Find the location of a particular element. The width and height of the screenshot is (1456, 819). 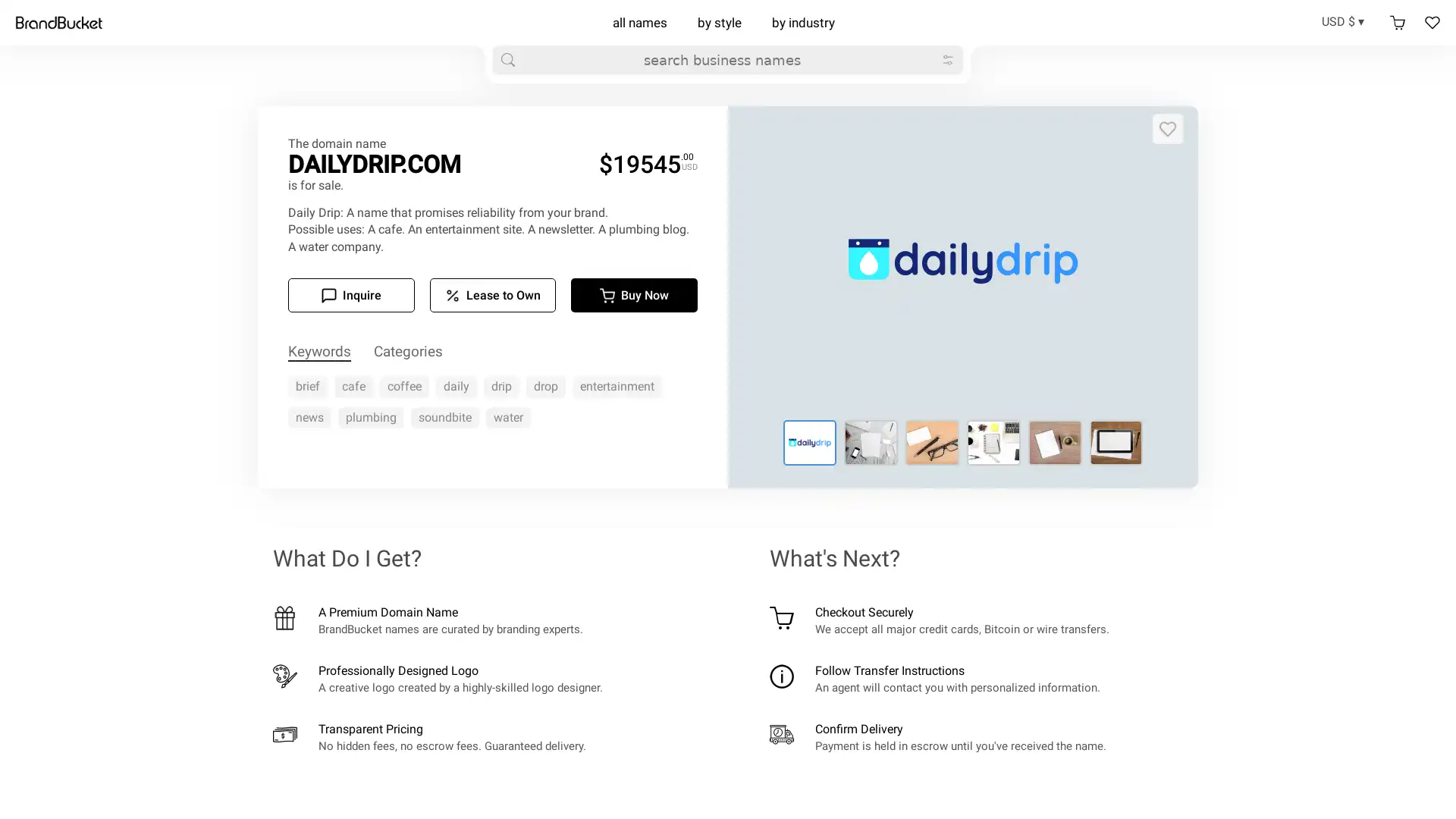

Buy now Buy Now is located at coordinates (634, 295).